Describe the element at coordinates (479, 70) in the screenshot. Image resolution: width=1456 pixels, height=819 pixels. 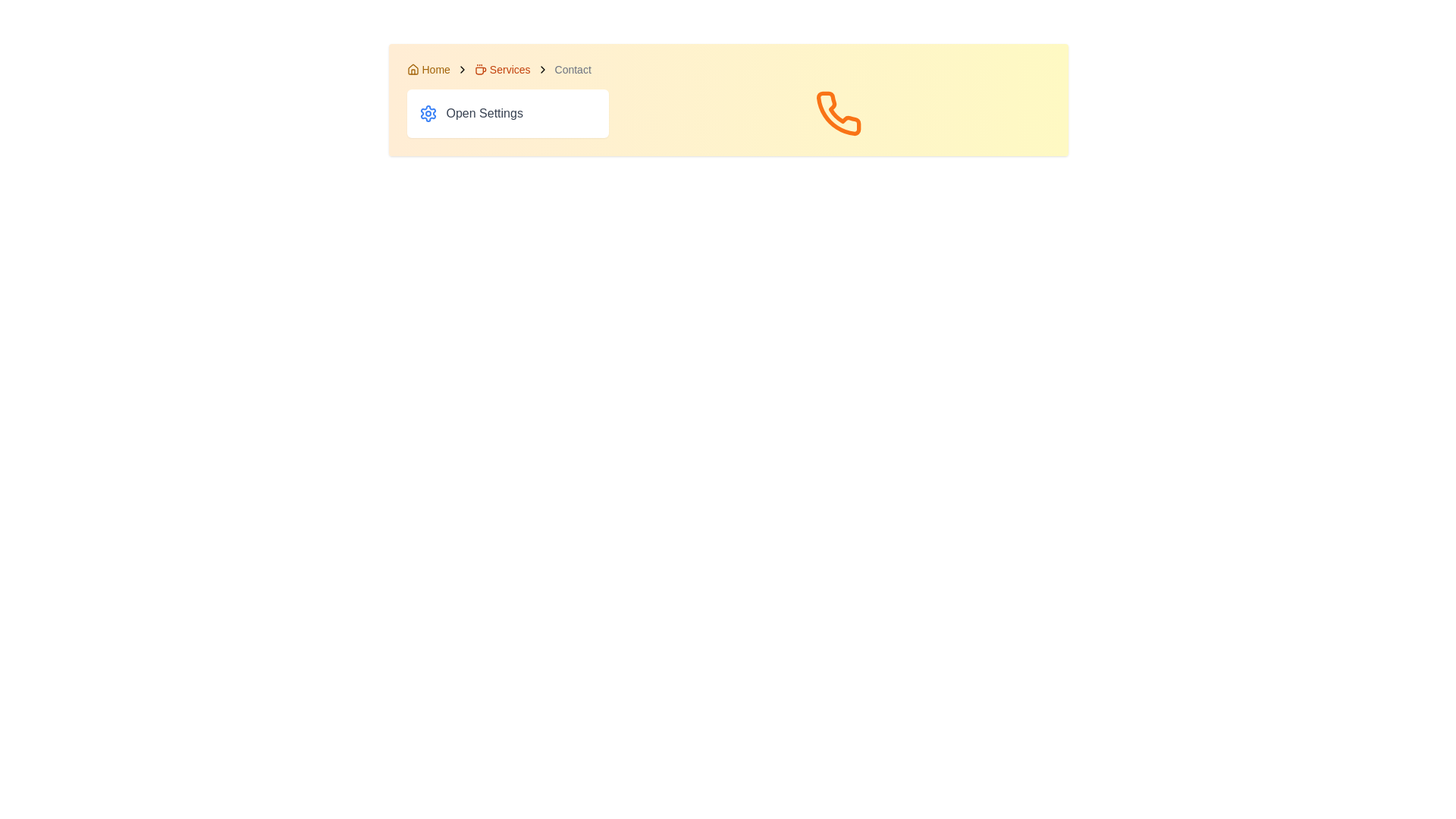
I see `the coffee cup icon located in the breadcrumb navigation bar, which is styled in burnt orange and appears to the left of the 'Services' text` at that location.